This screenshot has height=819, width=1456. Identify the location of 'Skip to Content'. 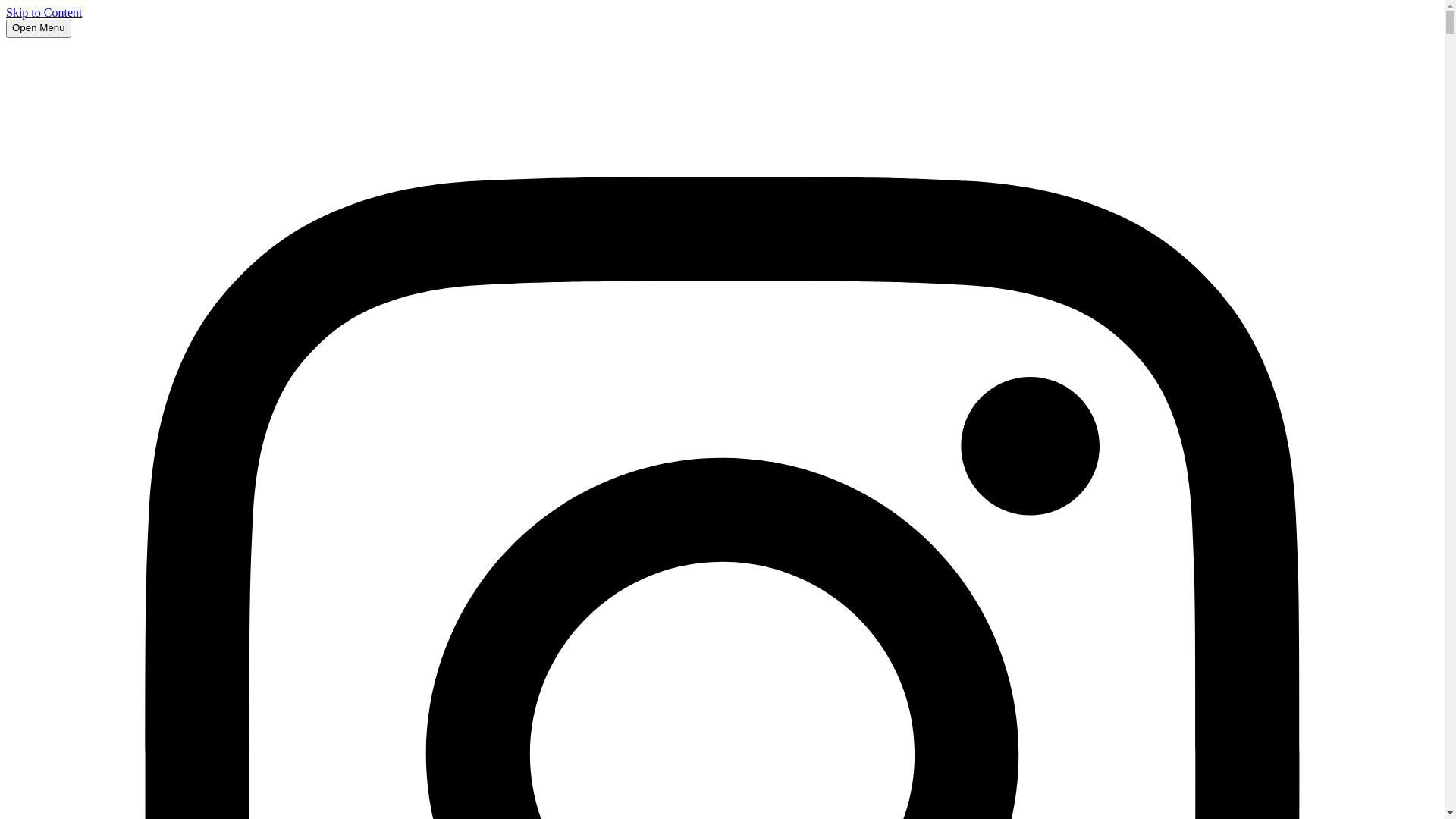
(6, 12).